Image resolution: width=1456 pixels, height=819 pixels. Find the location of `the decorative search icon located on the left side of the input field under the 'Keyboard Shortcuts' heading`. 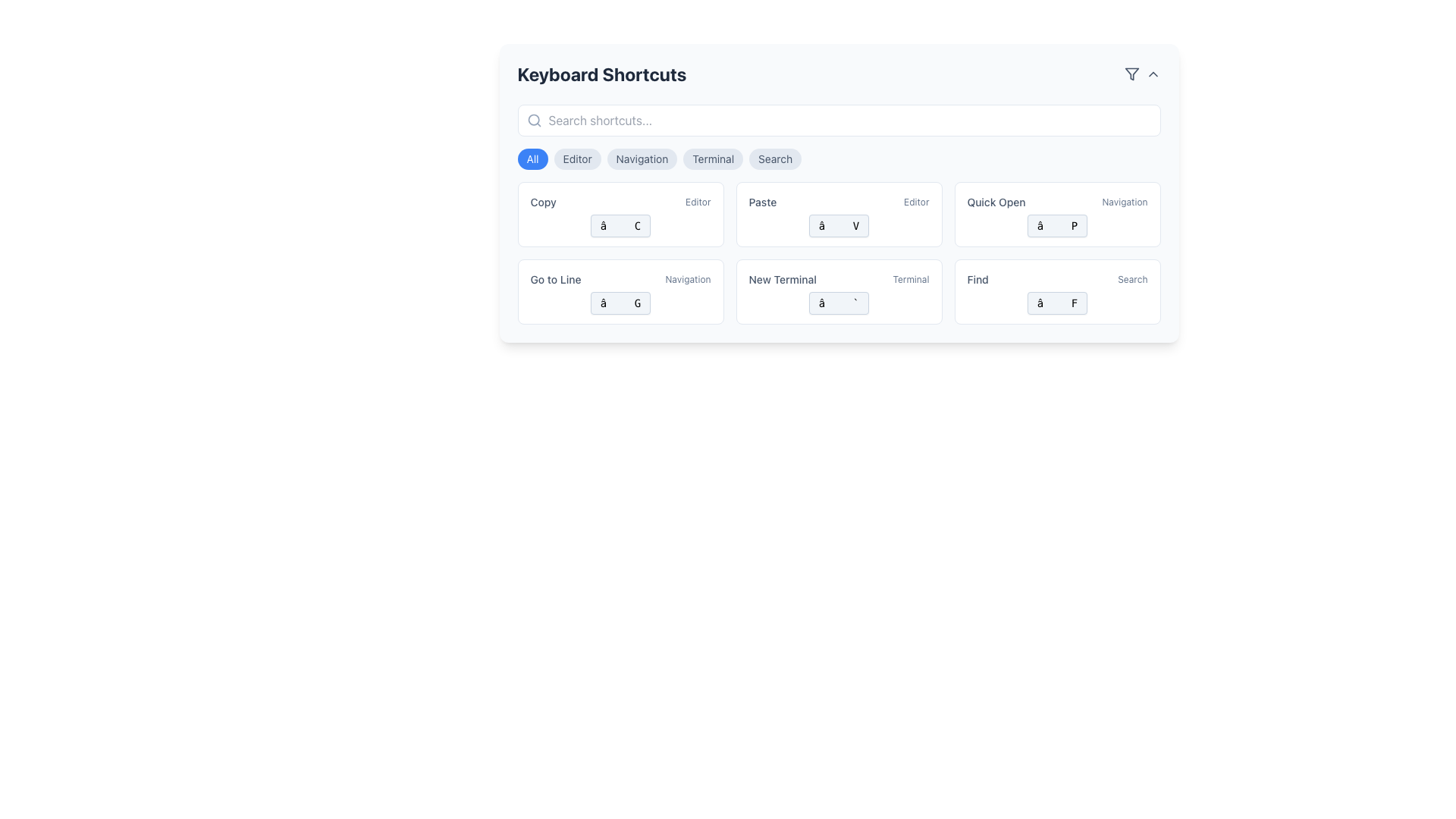

the decorative search icon located on the left side of the input field under the 'Keyboard Shortcuts' heading is located at coordinates (534, 119).